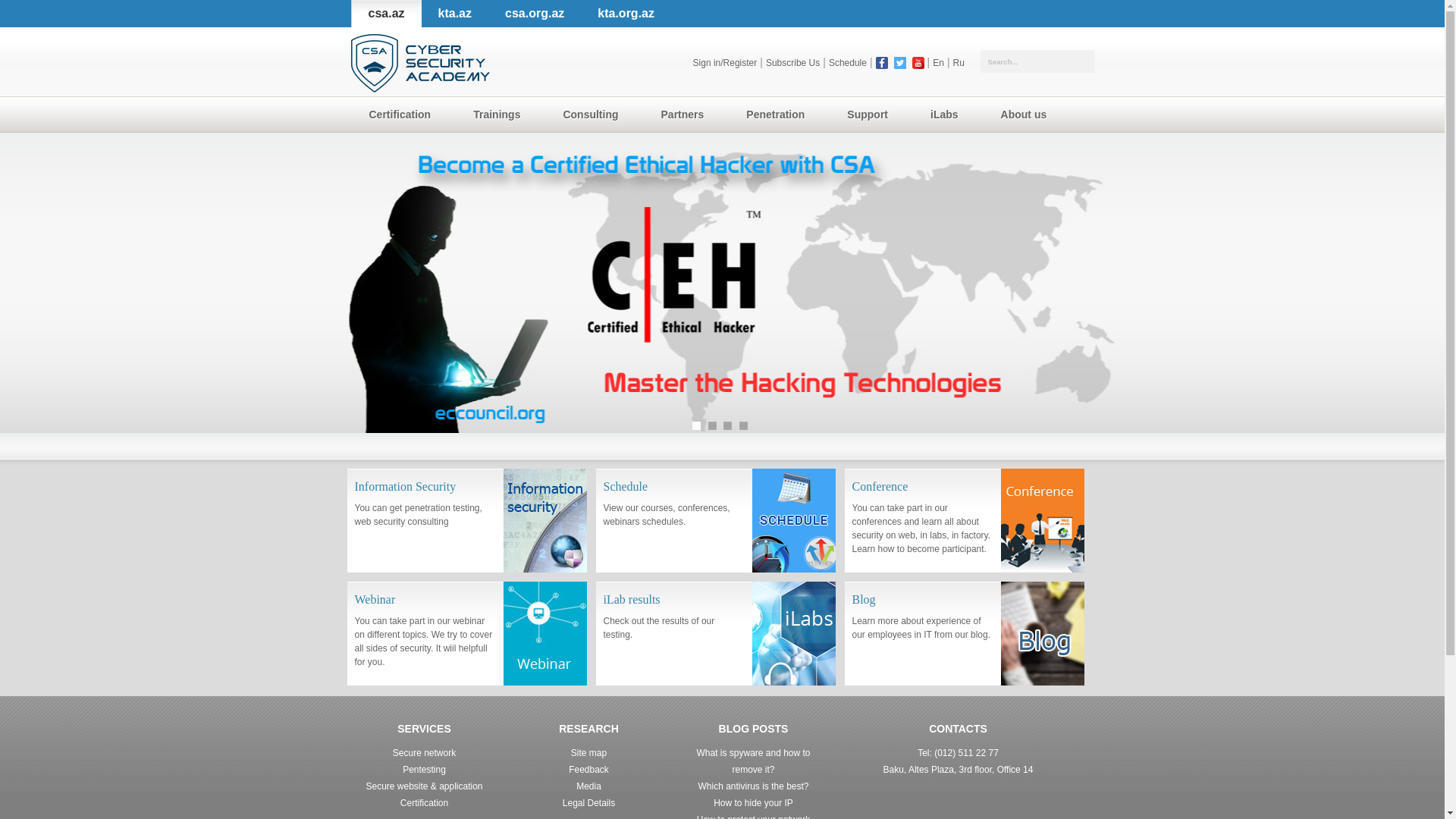  Describe the element at coordinates (753, 786) in the screenshot. I see `'Which antivirus is the best?'` at that location.